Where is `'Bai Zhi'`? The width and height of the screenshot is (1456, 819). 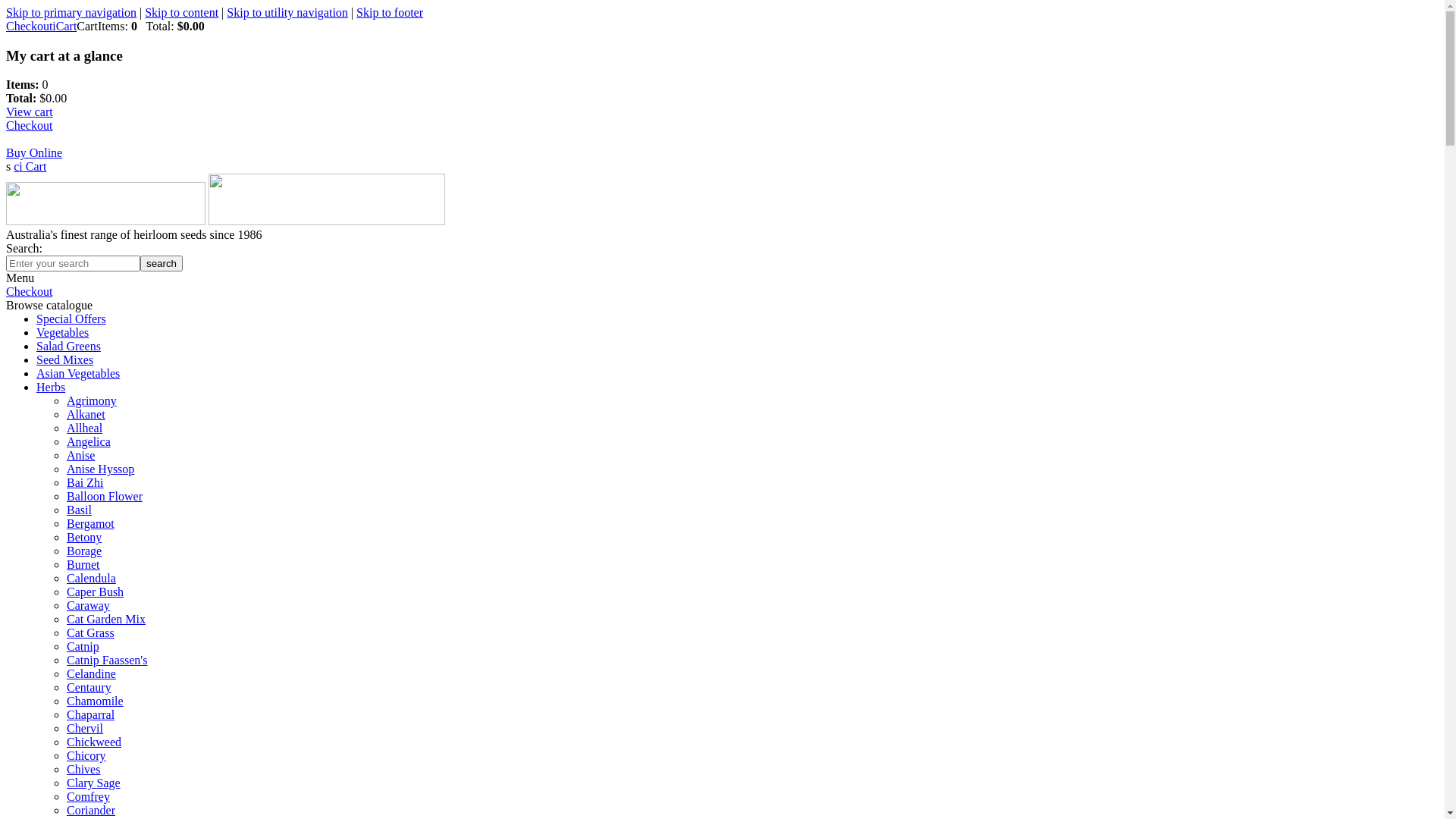
'Bai Zhi' is located at coordinates (83, 482).